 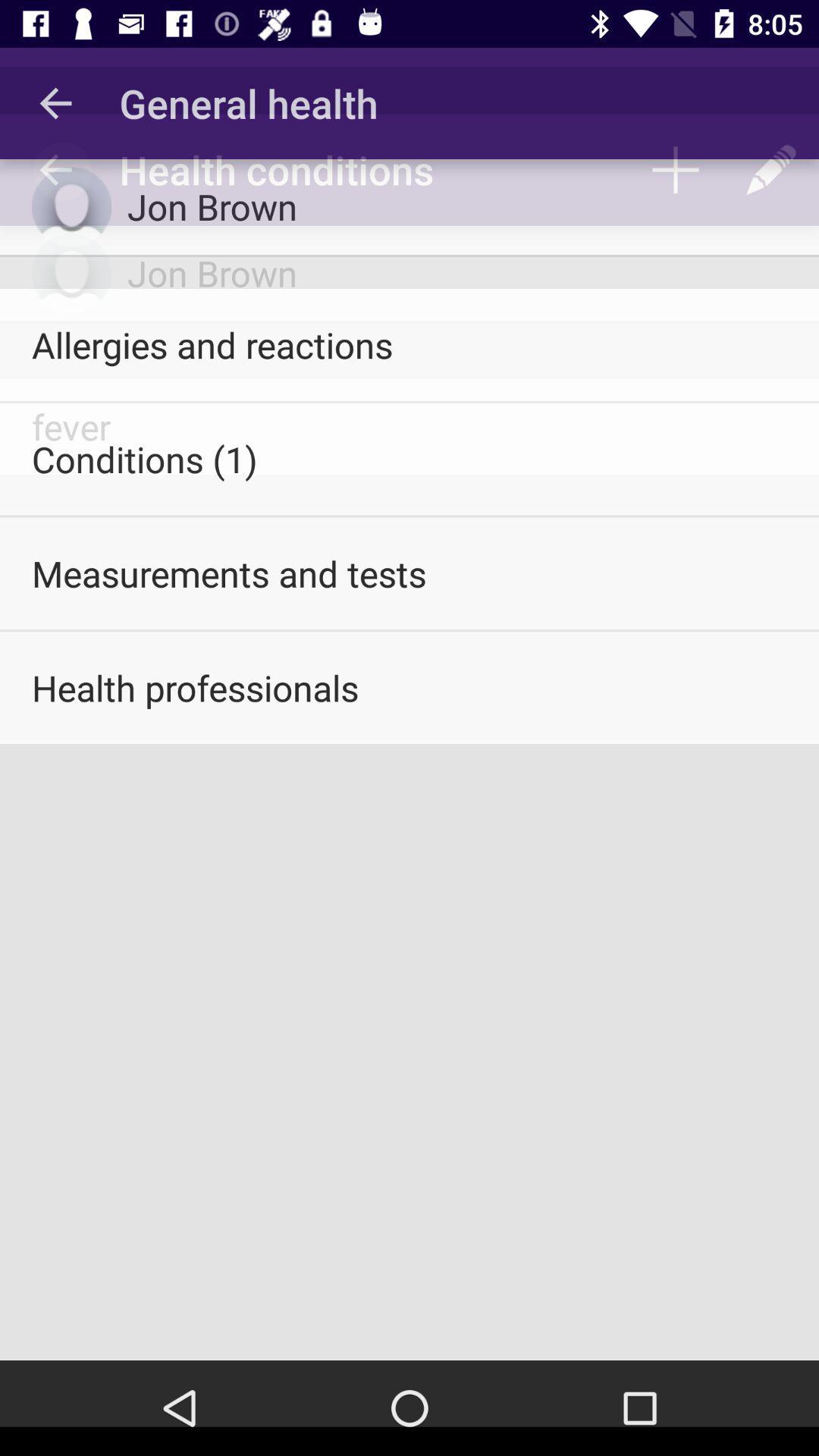 What do you see at coordinates (409, 573) in the screenshot?
I see `the measurements and tests` at bounding box center [409, 573].